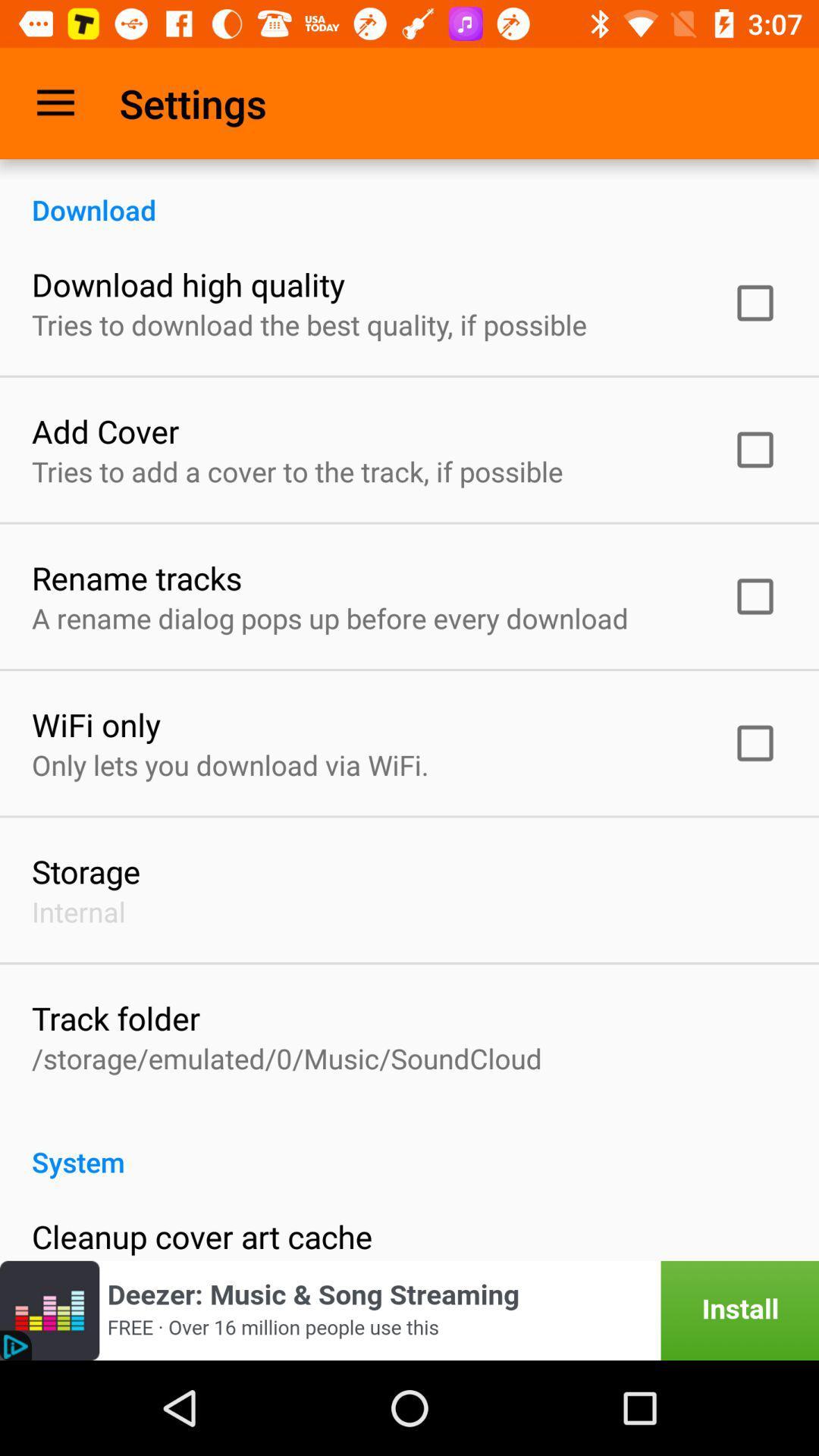  I want to click on item above system, so click(287, 1057).